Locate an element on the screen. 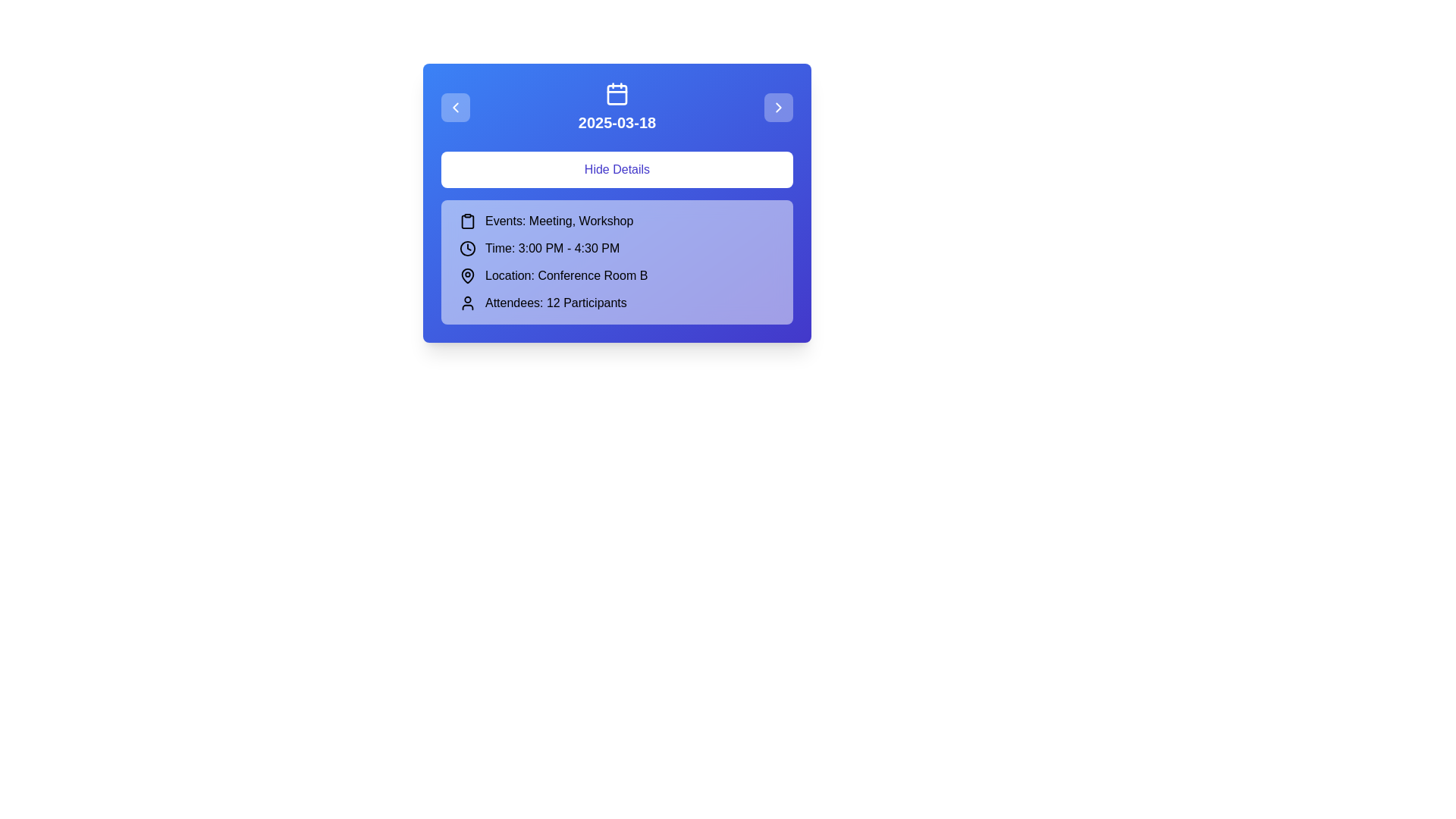  information displayed in the Label with icon that indicates the location of the event ('Conference Room B'), which is the third row in the list of event details is located at coordinates (617, 275).